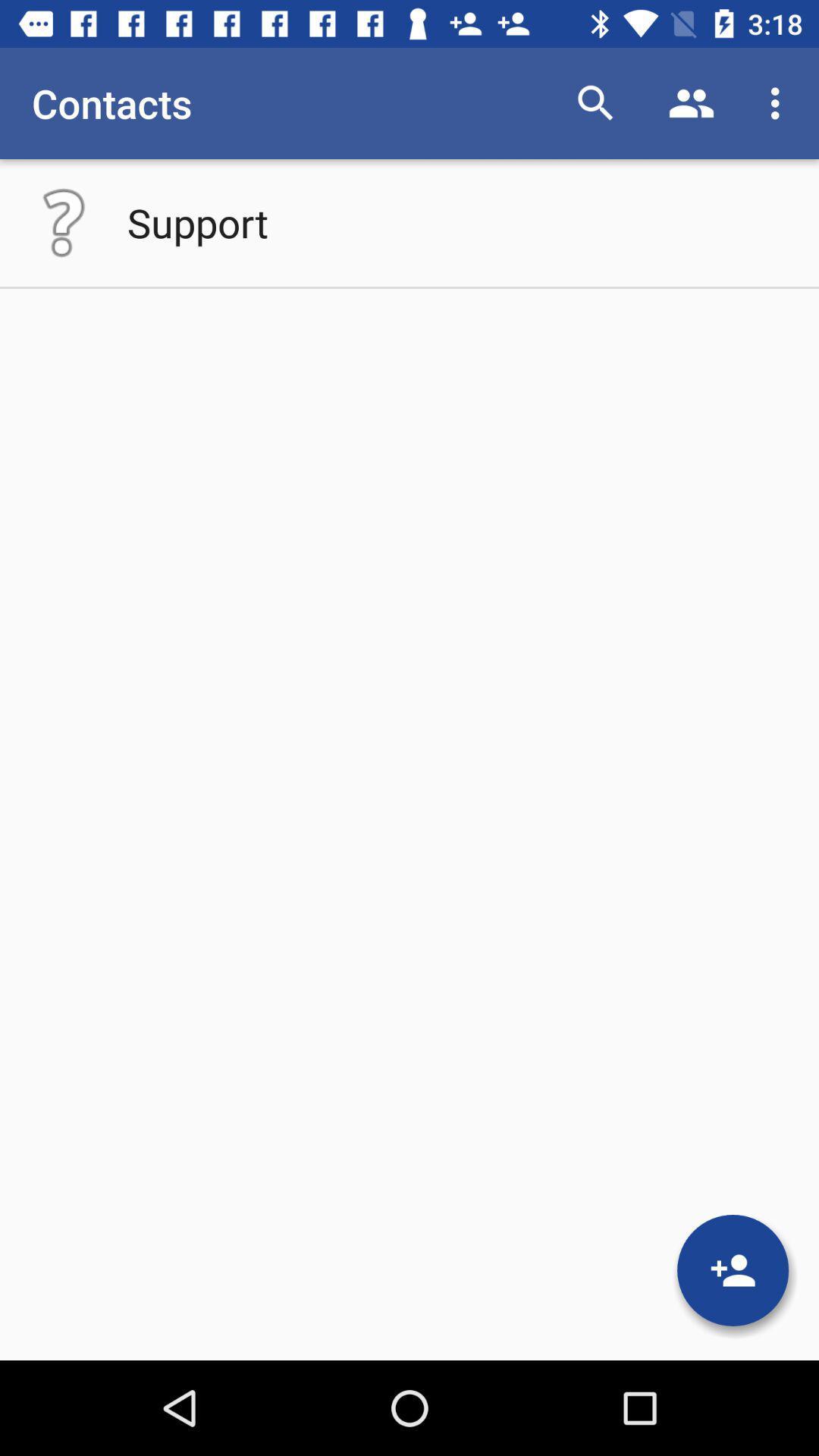 The height and width of the screenshot is (1456, 819). What do you see at coordinates (63, 221) in the screenshot?
I see `icon next to the support app` at bounding box center [63, 221].